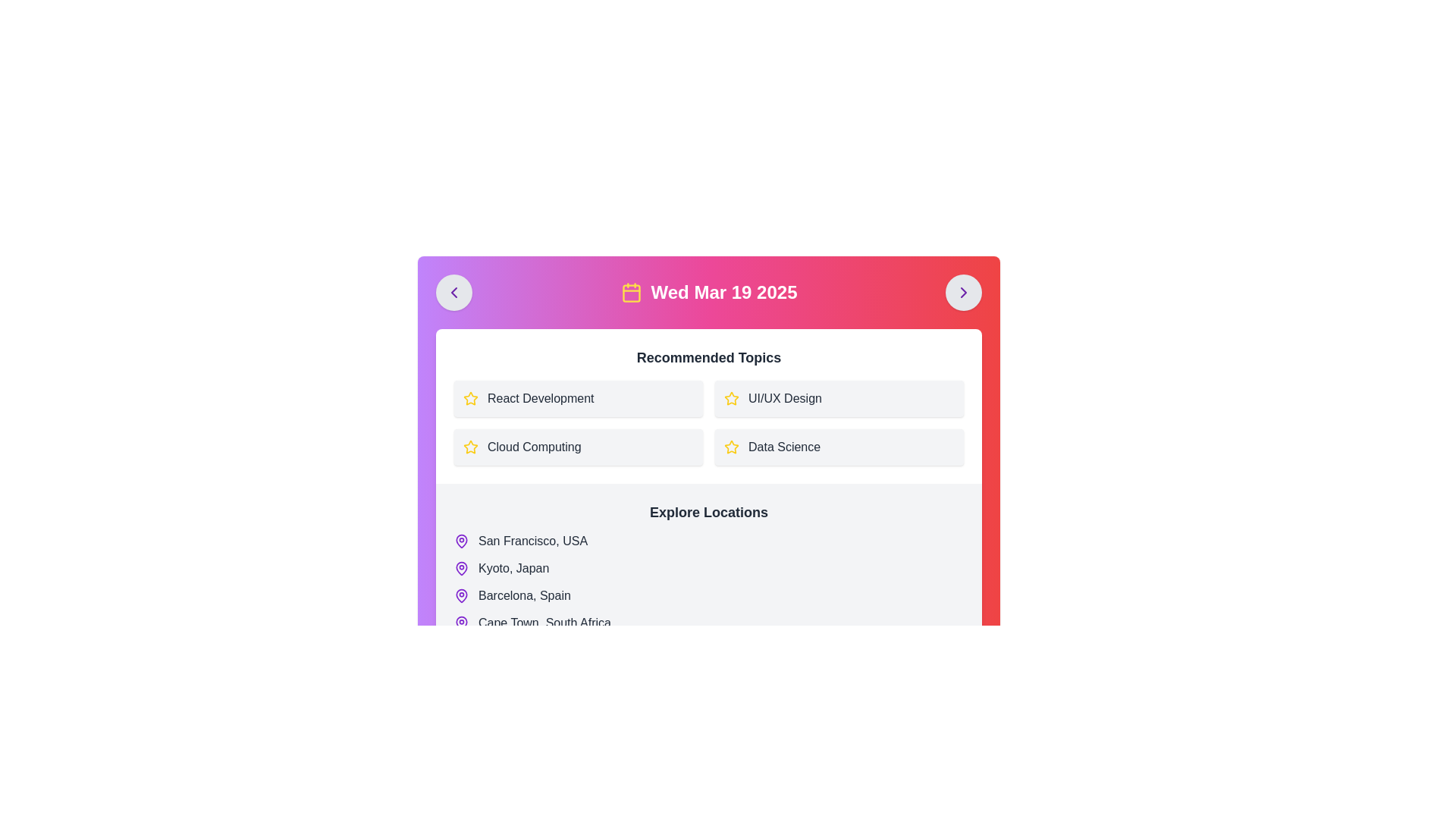  I want to click on the star icon with a yellow outline and transparent fill, which is part of the 'Data Science' recommendation section, located to the left of the text label, so click(731, 447).